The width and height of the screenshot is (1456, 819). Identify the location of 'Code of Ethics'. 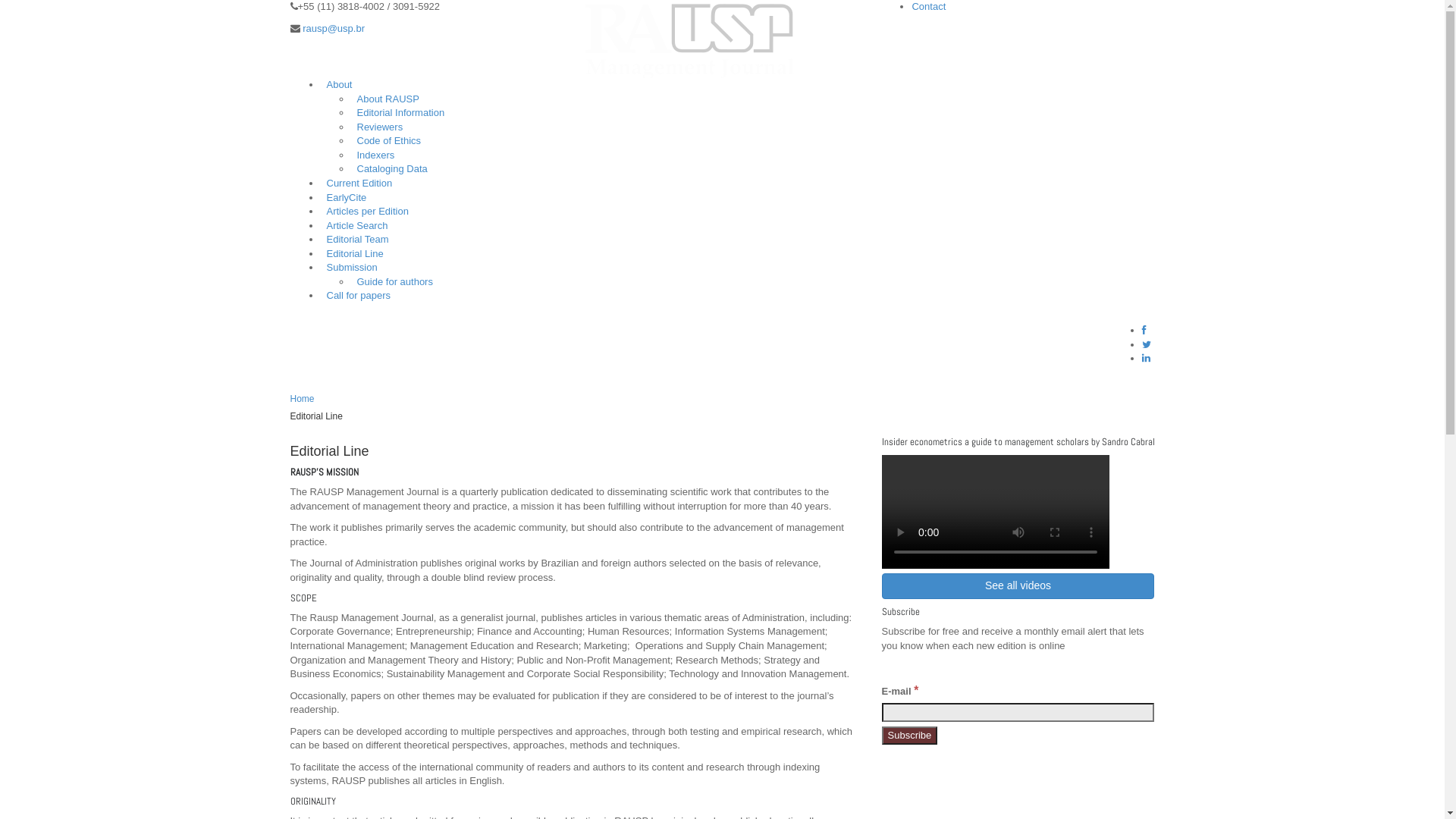
(349, 140).